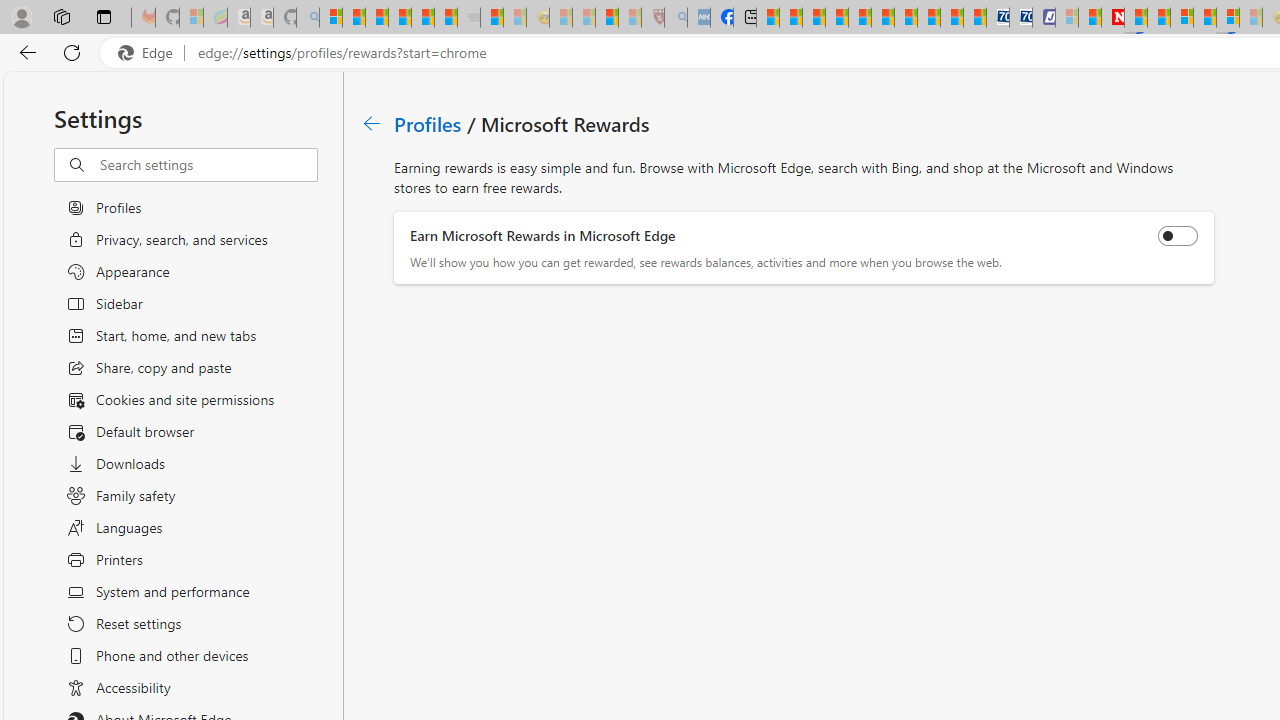  I want to click on 'The Weather Channel - MSN', so click(376, 17).